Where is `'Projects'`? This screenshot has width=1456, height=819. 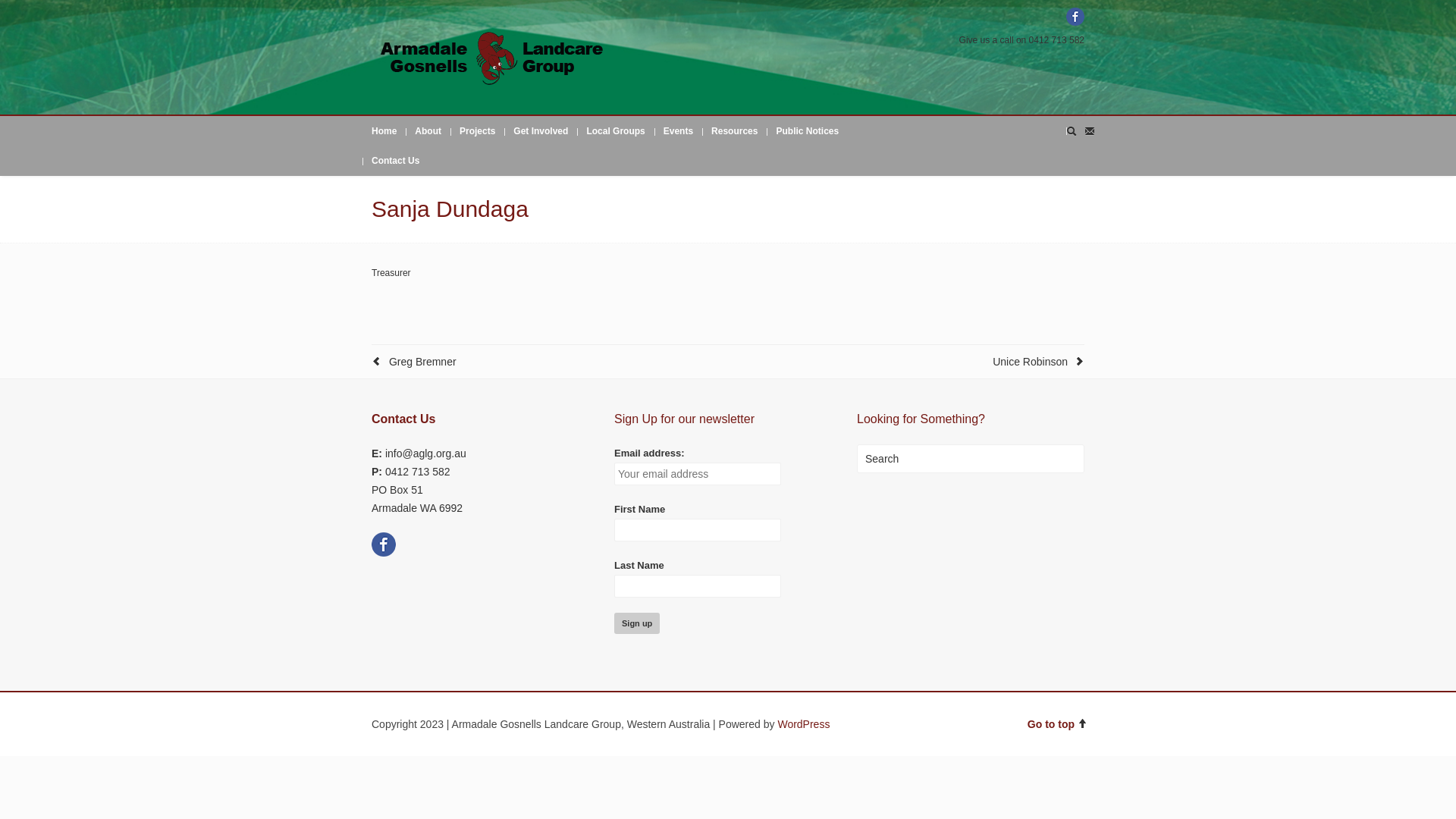 'Projects' is located at coordinates (450, 130).